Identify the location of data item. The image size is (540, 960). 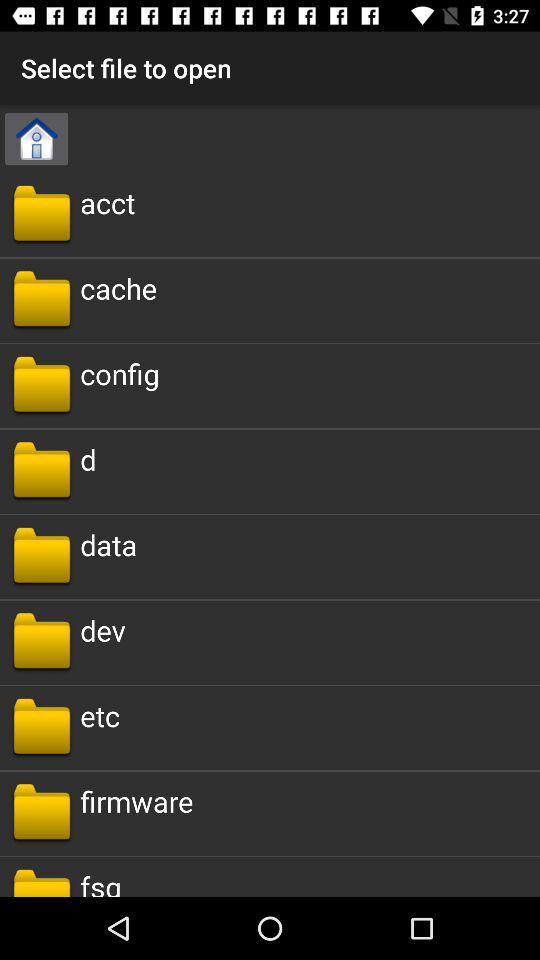
(108, 544).